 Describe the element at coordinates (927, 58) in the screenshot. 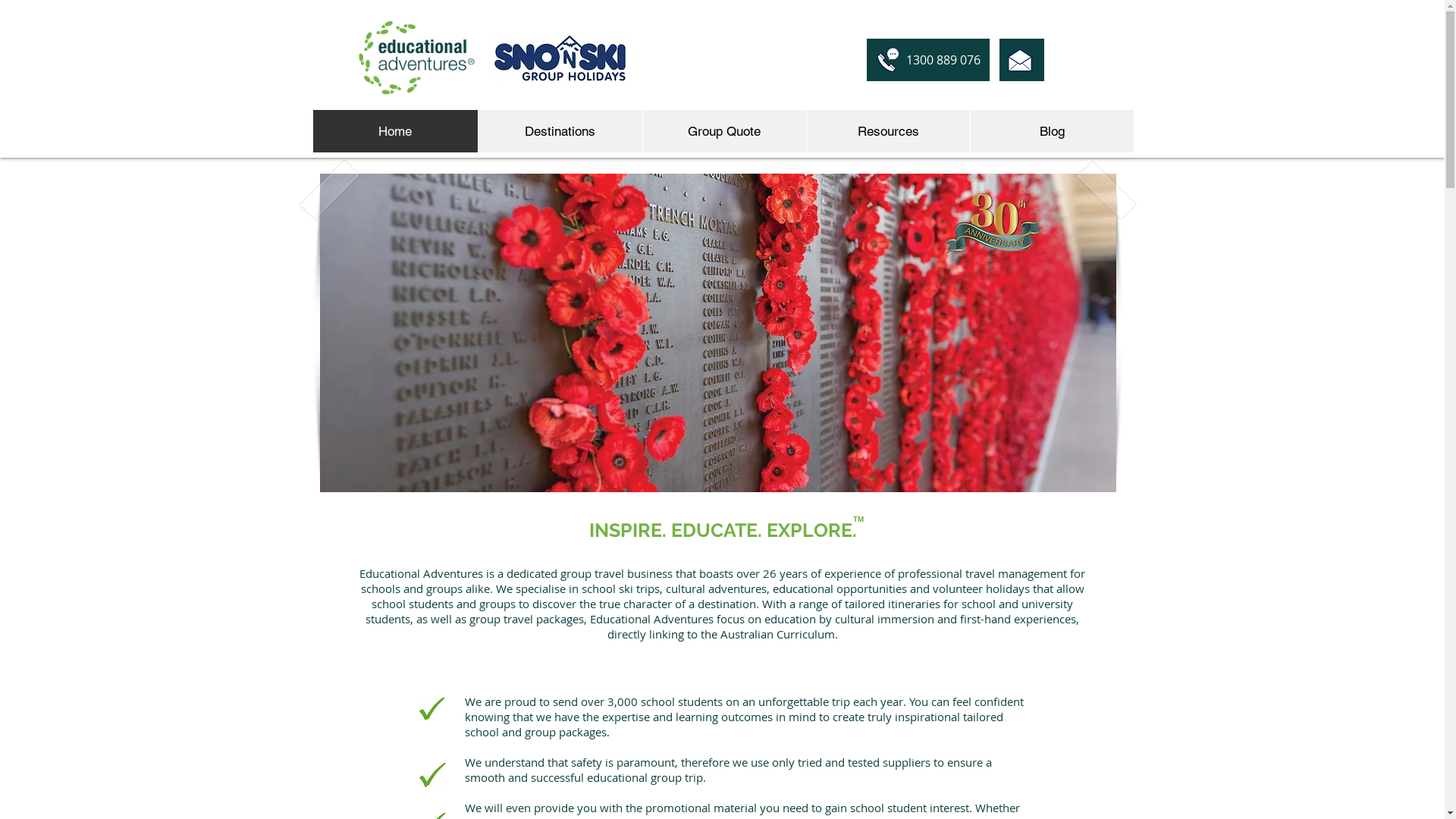

I see `'1300 889 076'` at that location.